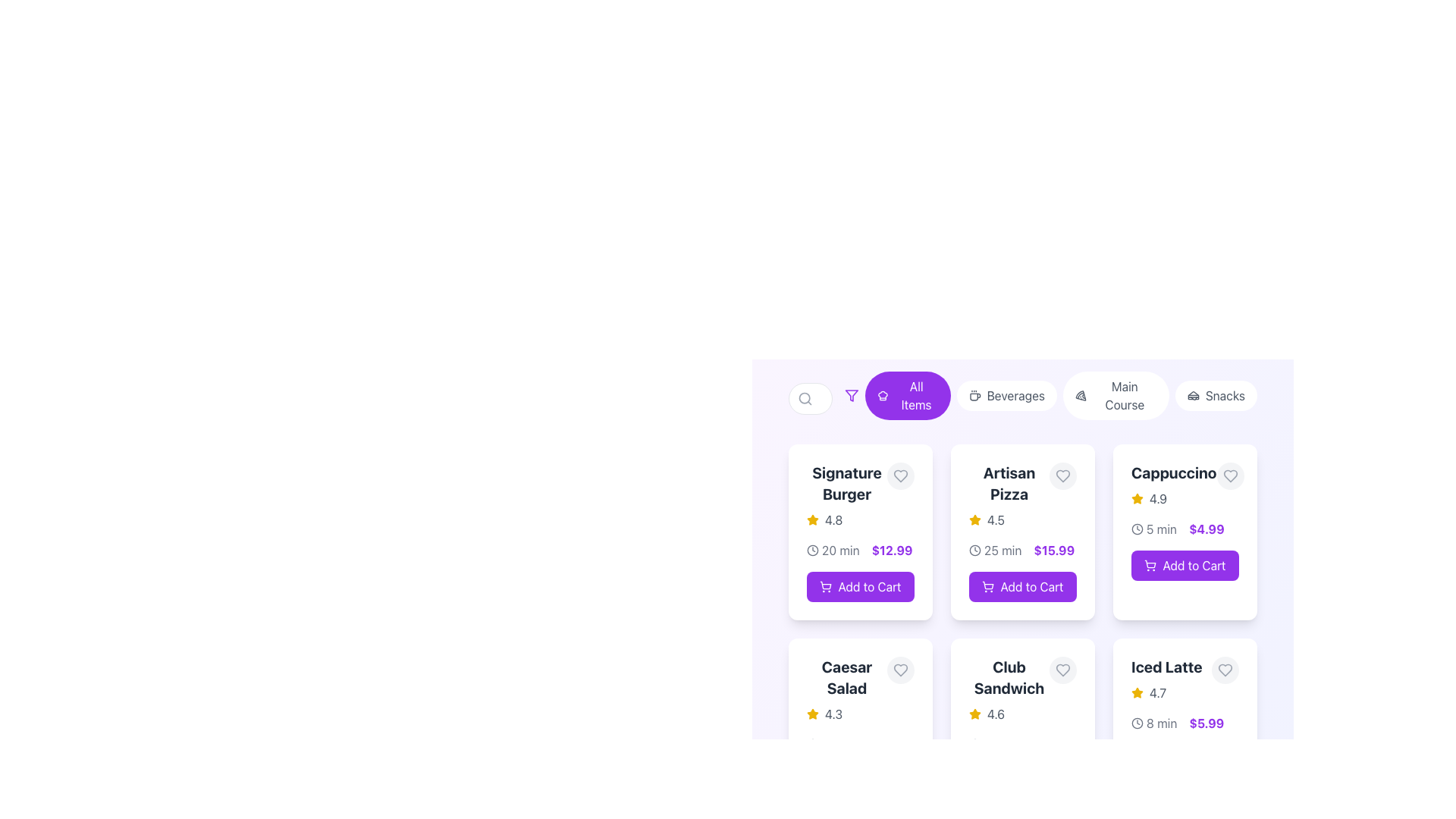  What do you see at coordinates (1153, 722) in the screenshot?
I see `text '8 min' displayed in the gray font label with a clock icon on the left, located within the 'Iced Latte' card at the bottom-right of the menu grid` at bounding box center [1153, 722].